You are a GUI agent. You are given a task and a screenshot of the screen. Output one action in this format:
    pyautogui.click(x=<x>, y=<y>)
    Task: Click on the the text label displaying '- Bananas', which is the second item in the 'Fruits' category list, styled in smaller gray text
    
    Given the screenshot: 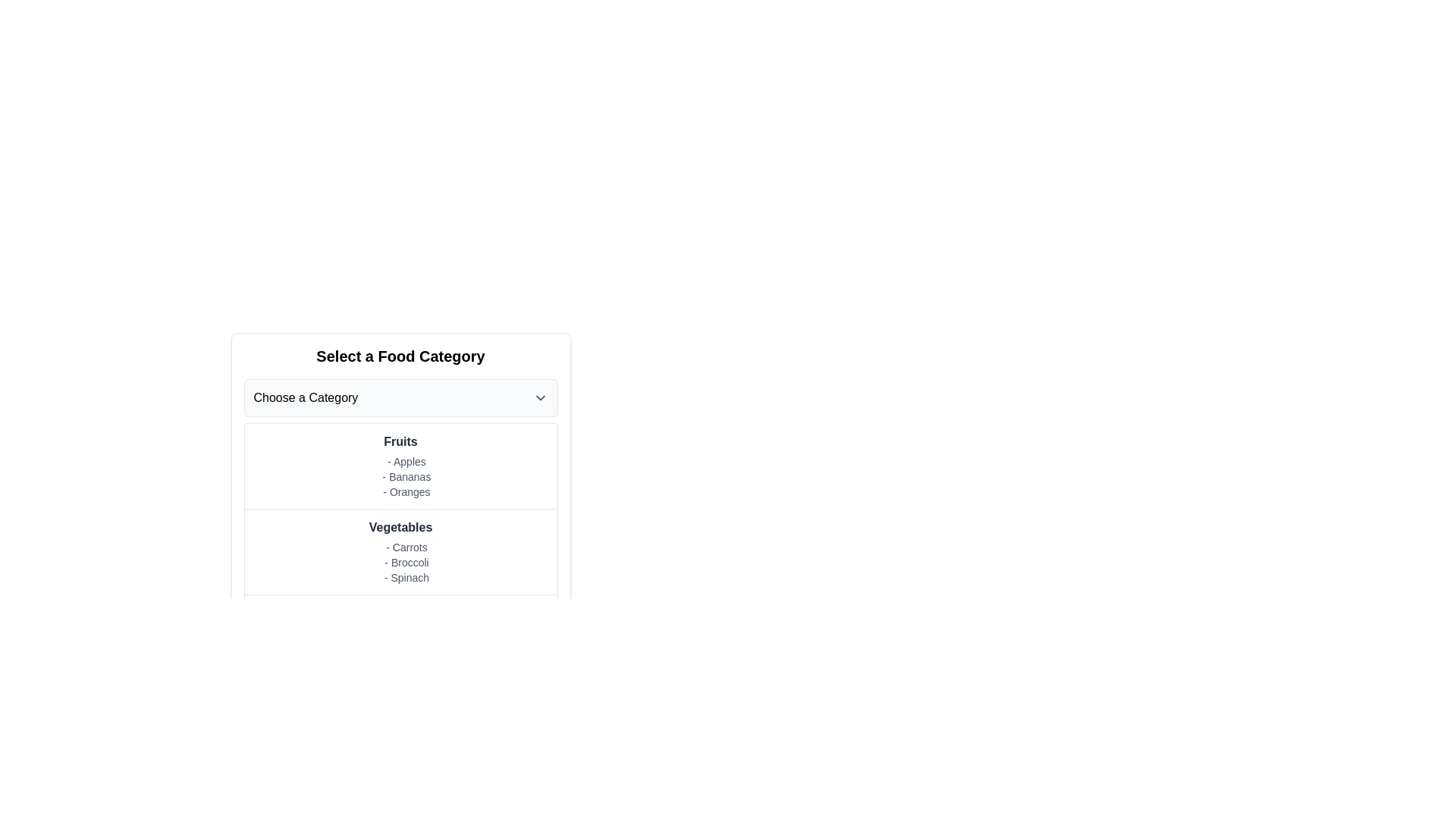 What is the action you would take?
    pyautogui.click(x=406, y=475)
    